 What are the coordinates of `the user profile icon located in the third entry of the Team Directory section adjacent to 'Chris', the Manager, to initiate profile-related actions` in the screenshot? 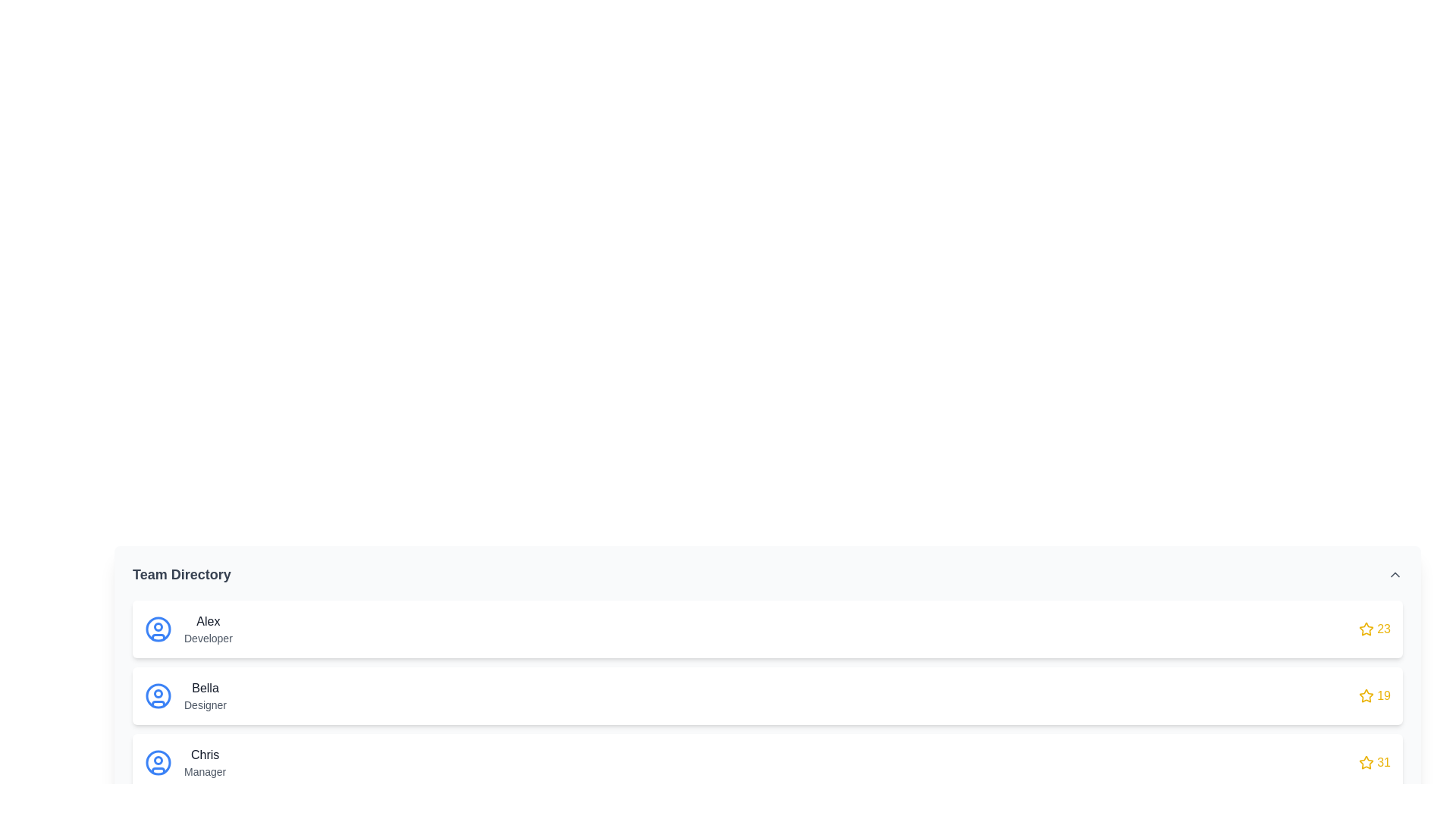 It's located at (158, 763).